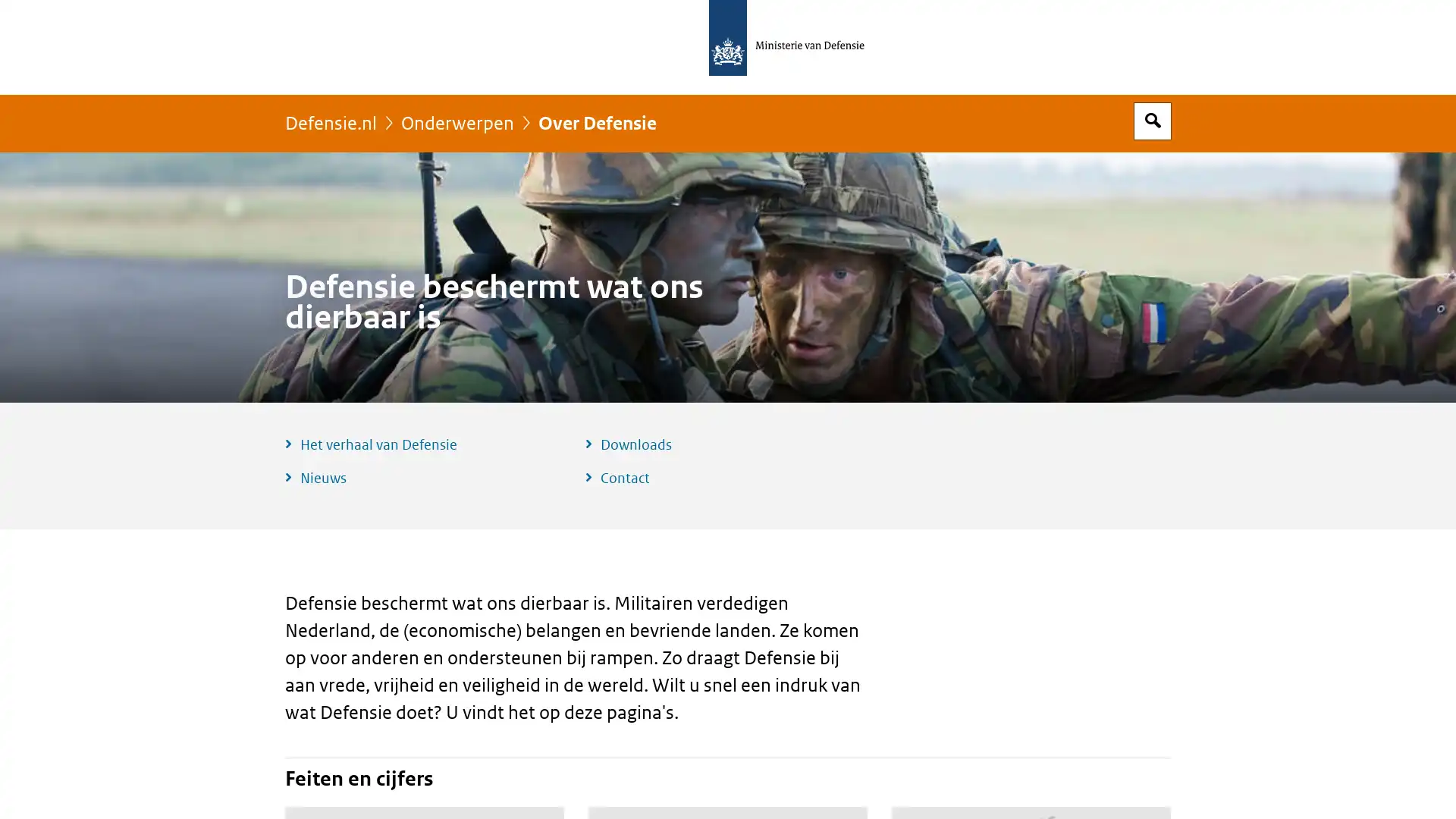 This screenshot has width=1456, height=819. Describe the element at coordinates (1153, 120) in the screenshot. I see `Open zoekveld` at that location.